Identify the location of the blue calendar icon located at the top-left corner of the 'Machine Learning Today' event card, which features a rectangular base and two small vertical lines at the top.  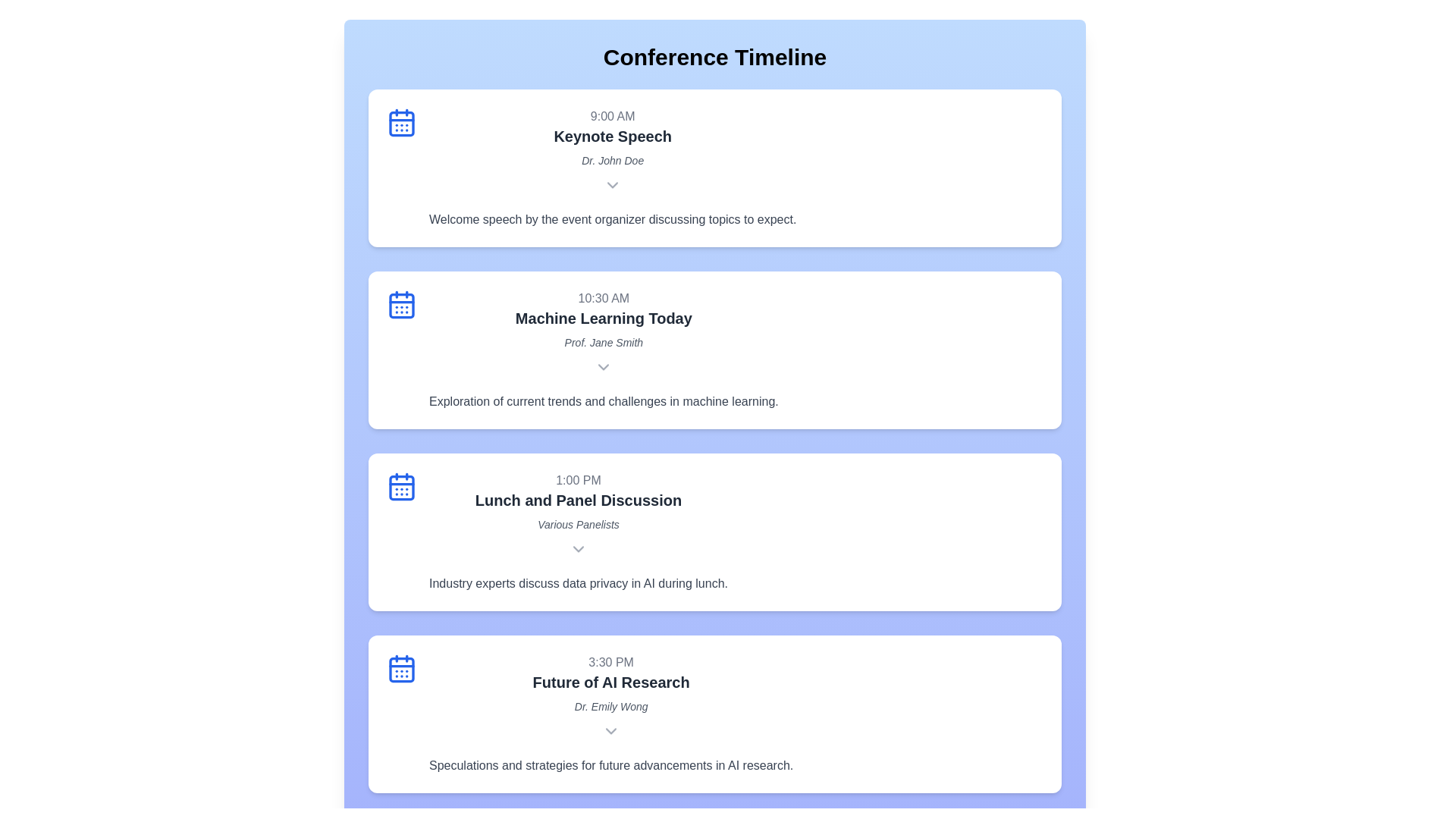
(401, 304).